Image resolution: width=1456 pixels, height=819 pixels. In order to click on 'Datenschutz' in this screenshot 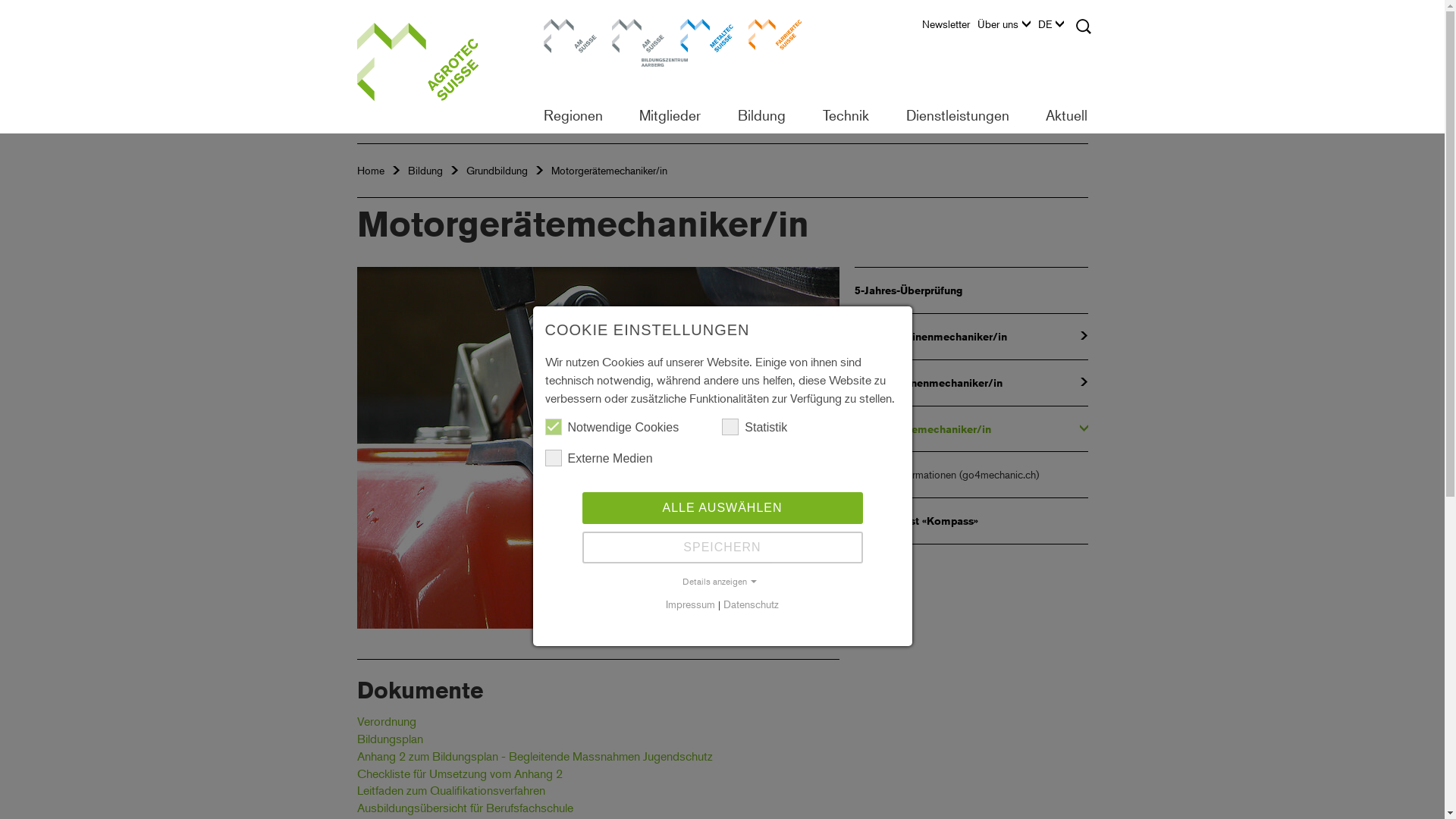, I will do `click(751, 603)`.